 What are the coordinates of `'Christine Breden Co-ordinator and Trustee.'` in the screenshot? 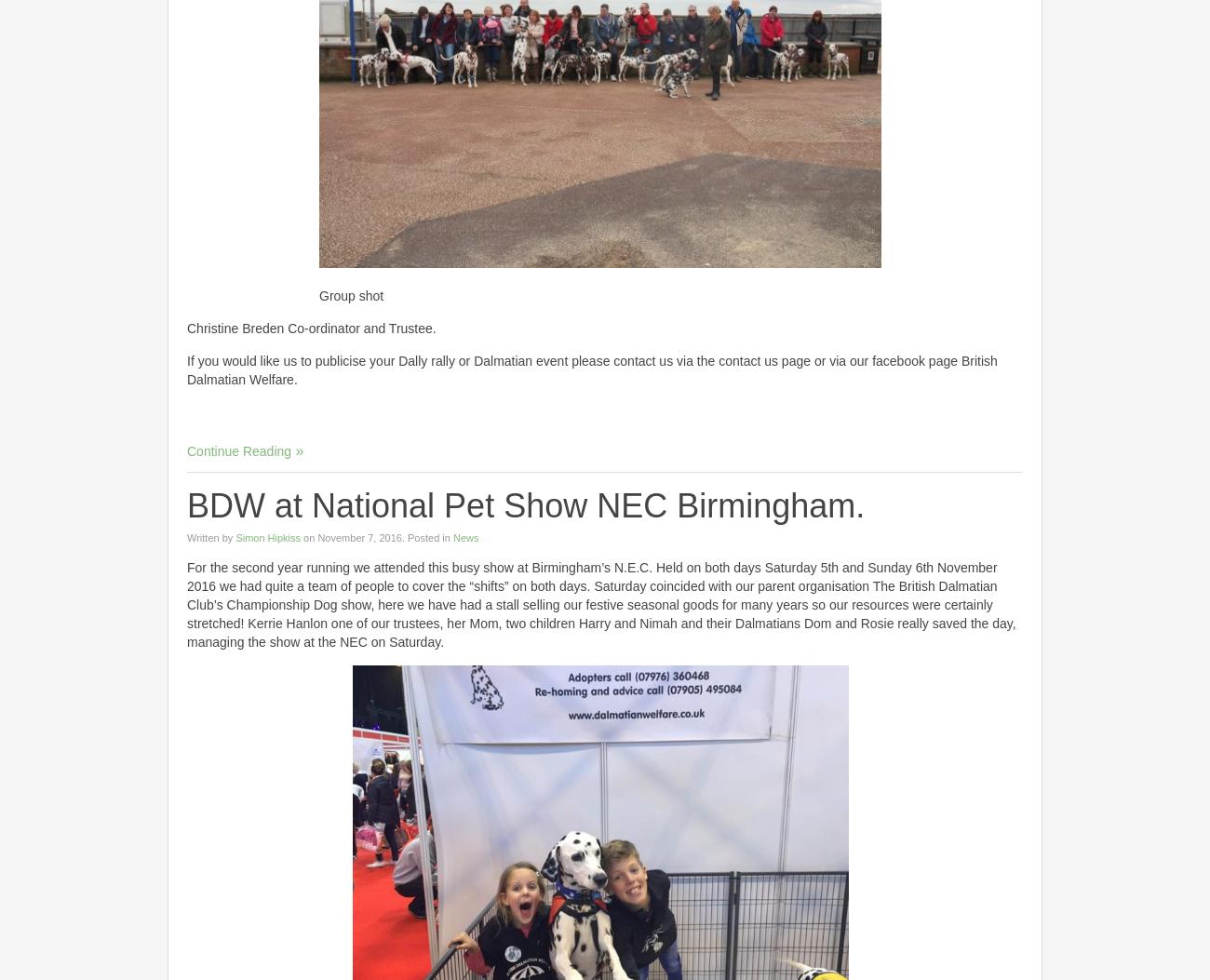 It's located at (310, 327).